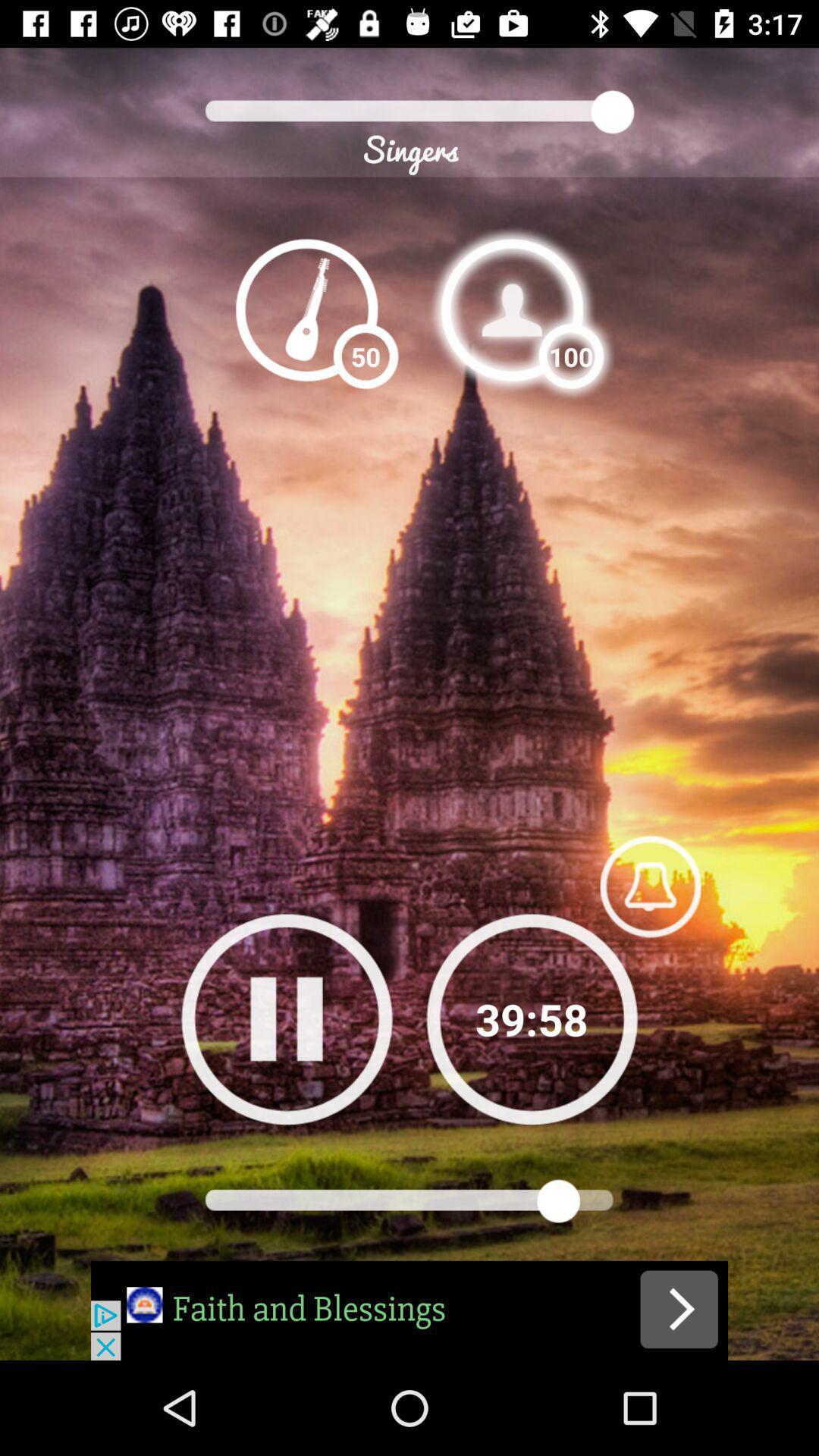 The image size is (819, 1456). I want to click on icon above 39:57 item, so click(649, 886).